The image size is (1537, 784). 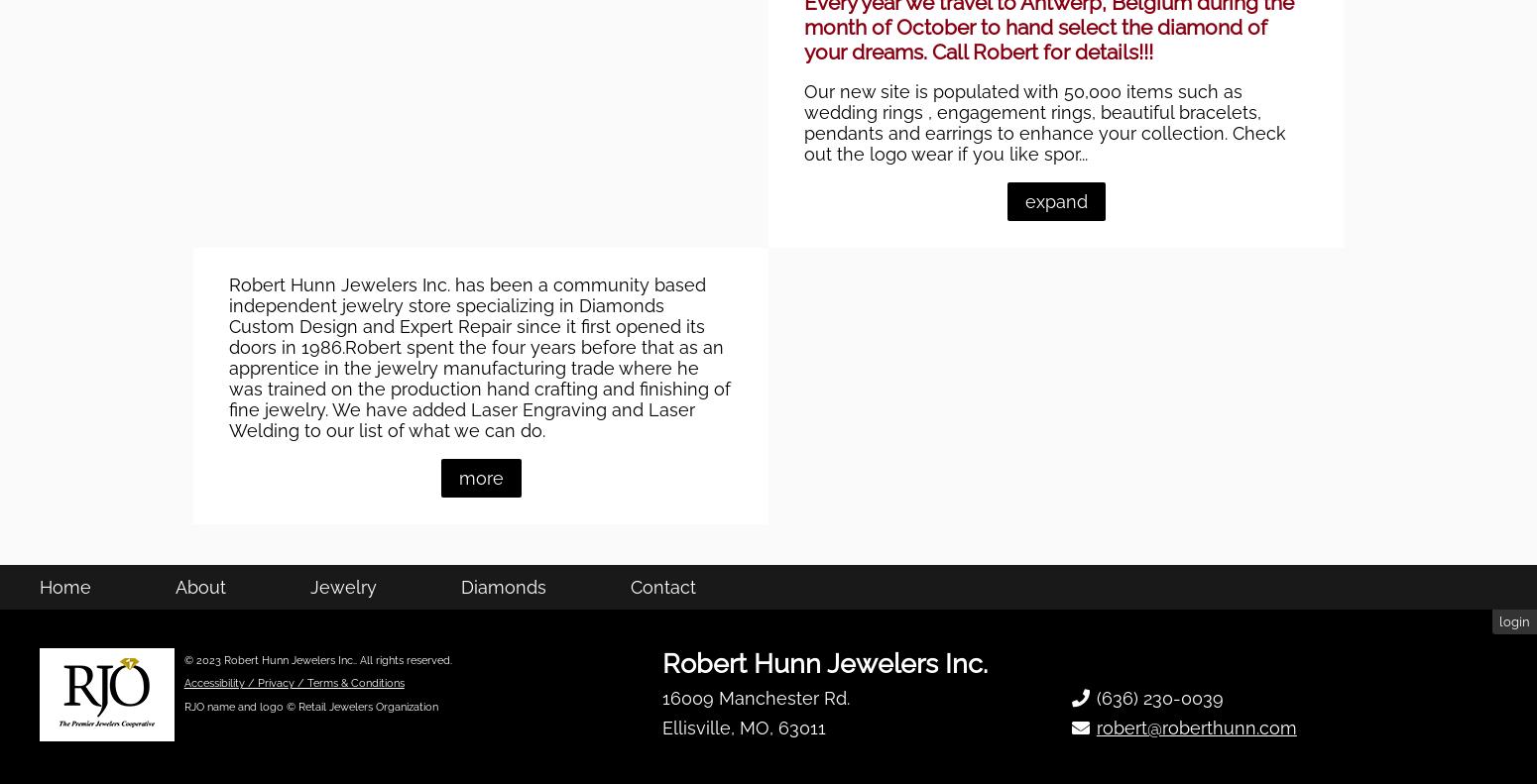 What do you see at coordinates (1514, 724) in the screenshot?
I see `'login'` at bounding box center [1514, 724].